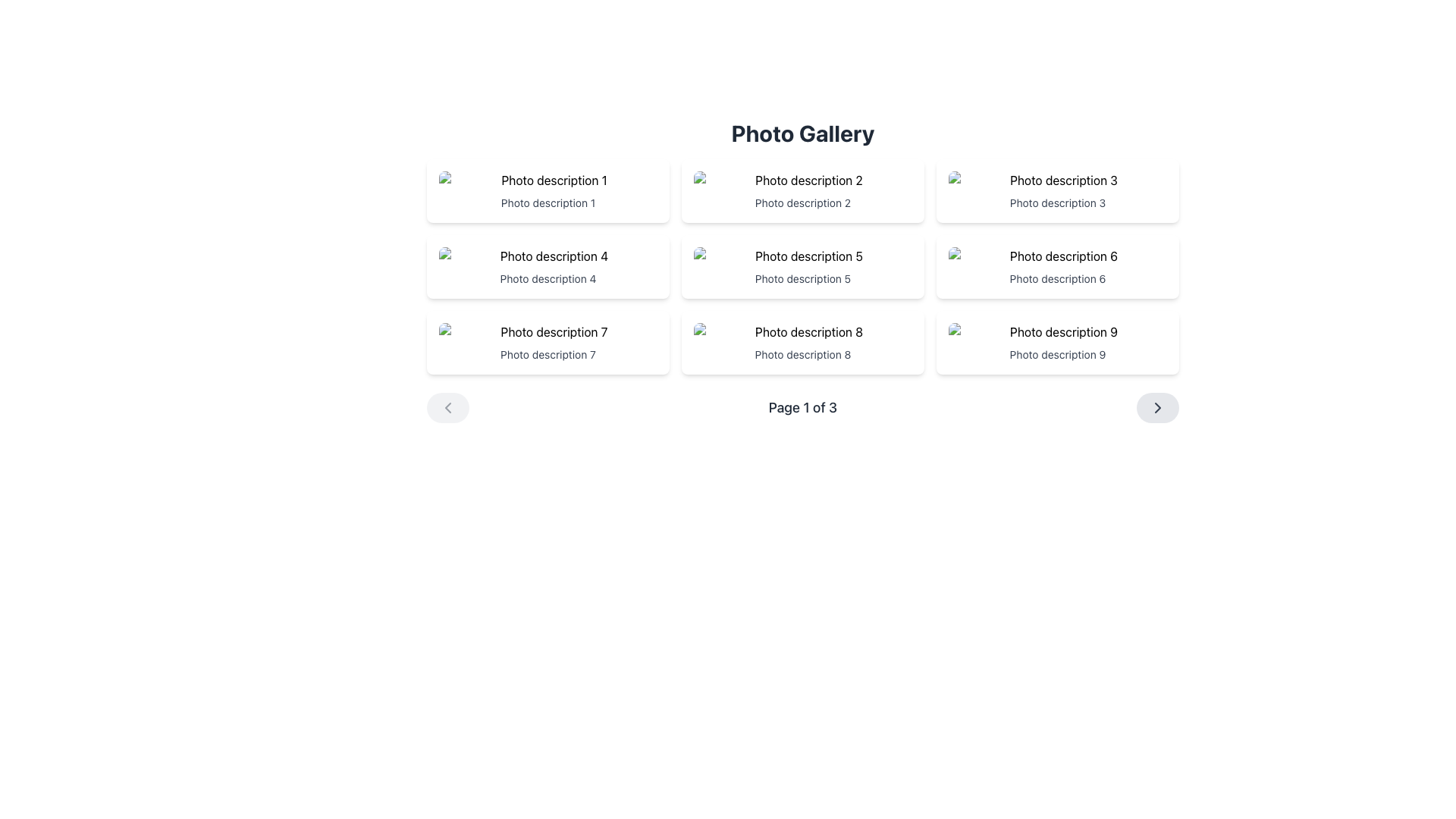 The height and width of the screenshot is (819, 1456). What do you see at coordinates (1156, 406) in the screenshot?
I see `the chevron icon located in the bottom-right corner of the interface` at bounding box center [1156, 406].